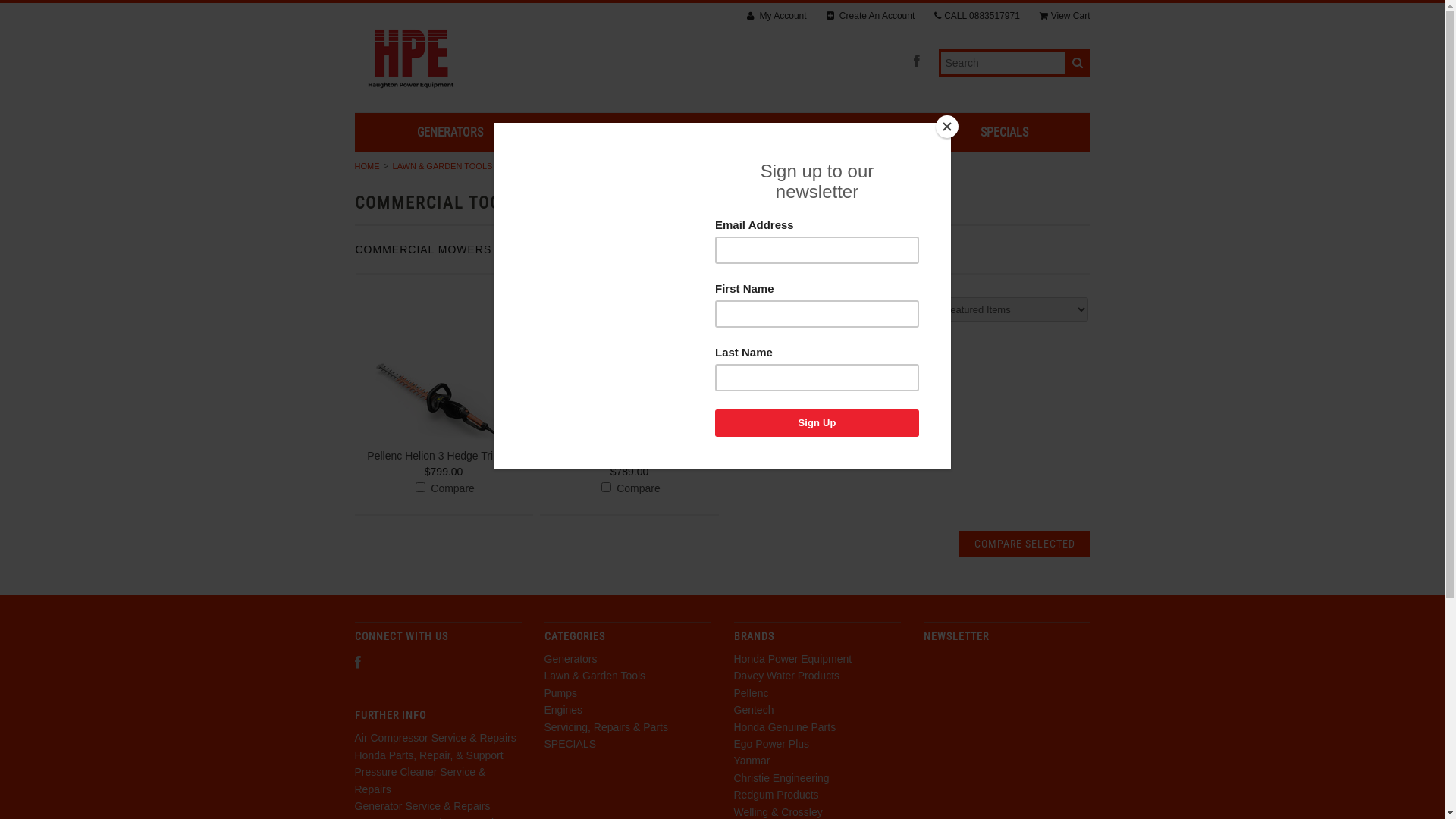 The image size is (1456, 819). Describe the element at coordinates (440, 166) in the screenshot. I see `'LAWN & GARDEN TOOLS'` at that location.